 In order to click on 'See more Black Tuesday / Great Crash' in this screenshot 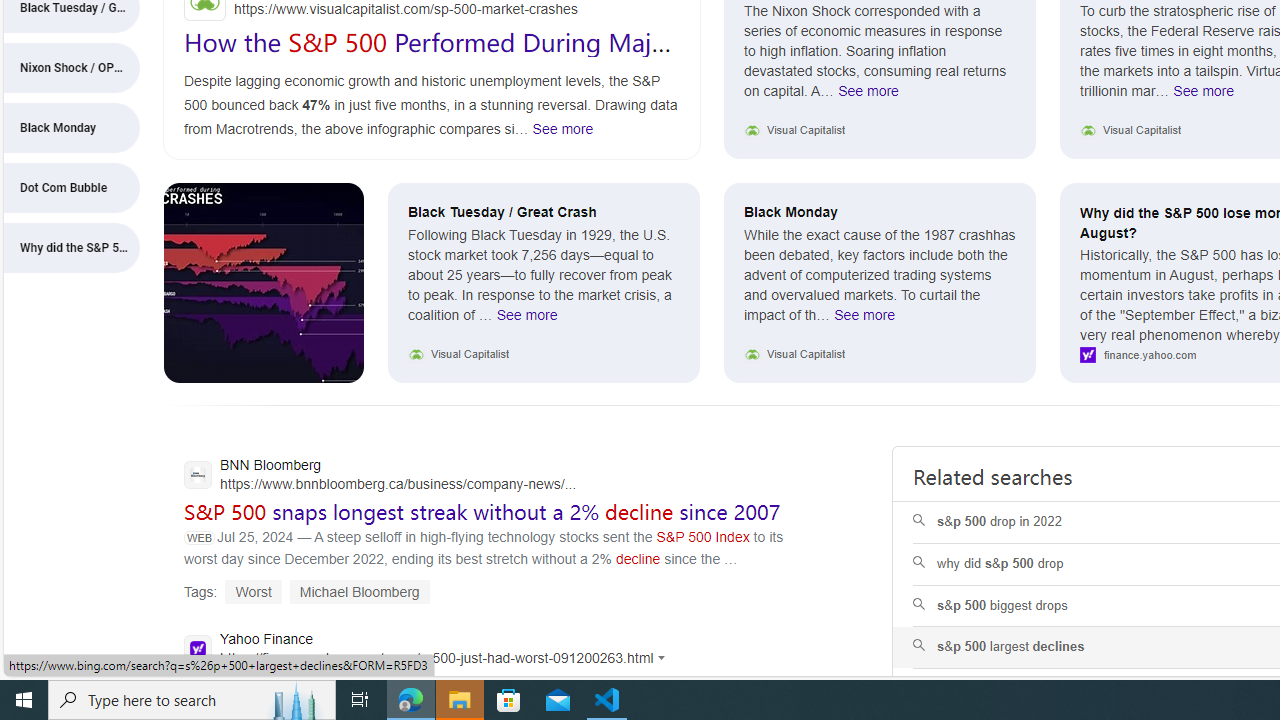, I will do `click(527, 319)`.